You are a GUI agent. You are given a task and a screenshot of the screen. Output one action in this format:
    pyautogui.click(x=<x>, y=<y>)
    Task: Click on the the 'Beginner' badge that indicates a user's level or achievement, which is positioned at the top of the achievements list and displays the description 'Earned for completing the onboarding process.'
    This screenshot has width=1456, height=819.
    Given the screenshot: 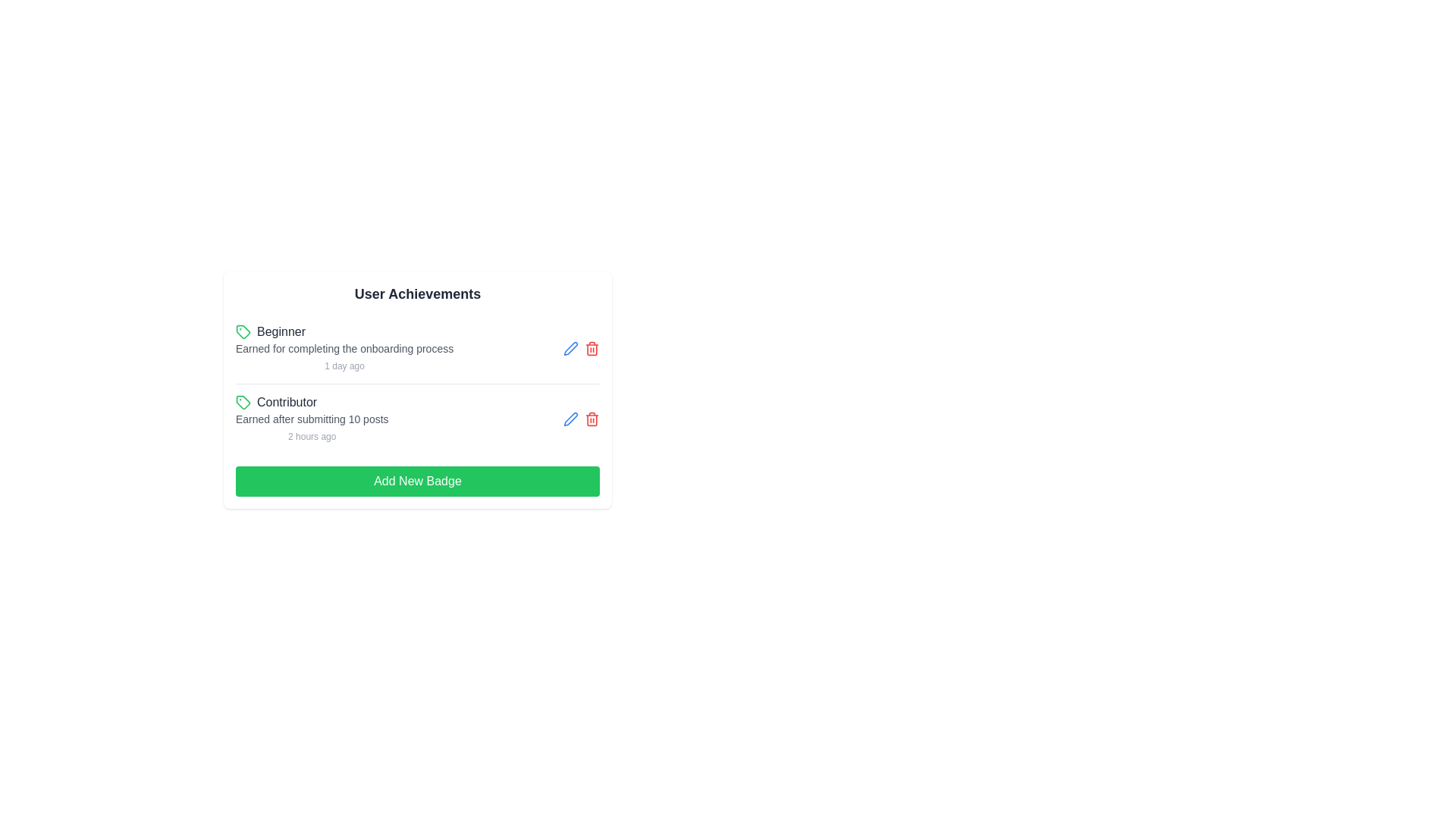 What is the action you would take?
    pyautogui.click(x=344, y=331)
    